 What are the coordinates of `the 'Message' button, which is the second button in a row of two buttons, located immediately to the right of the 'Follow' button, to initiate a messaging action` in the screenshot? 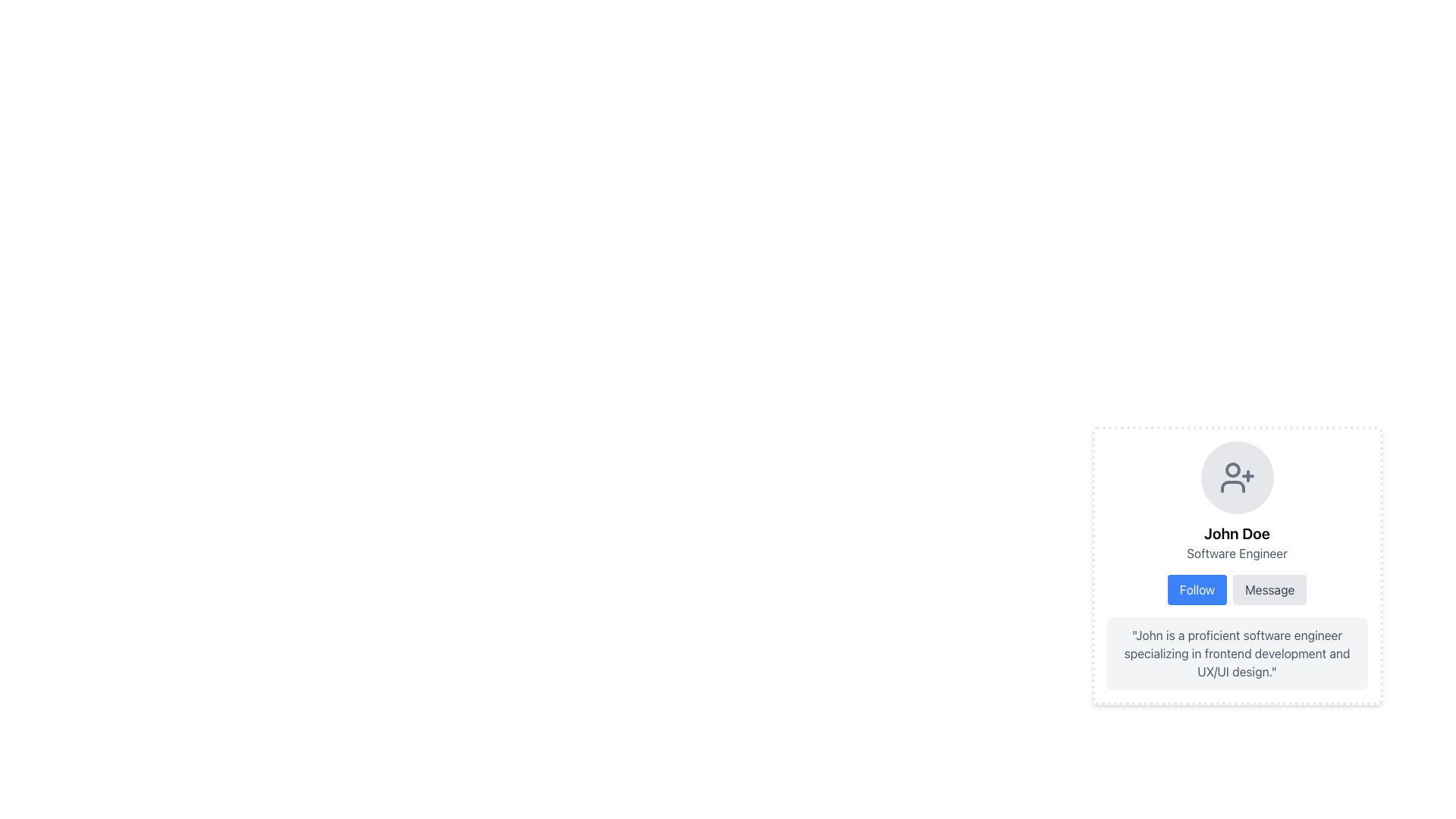 It's located at (1269, 589).